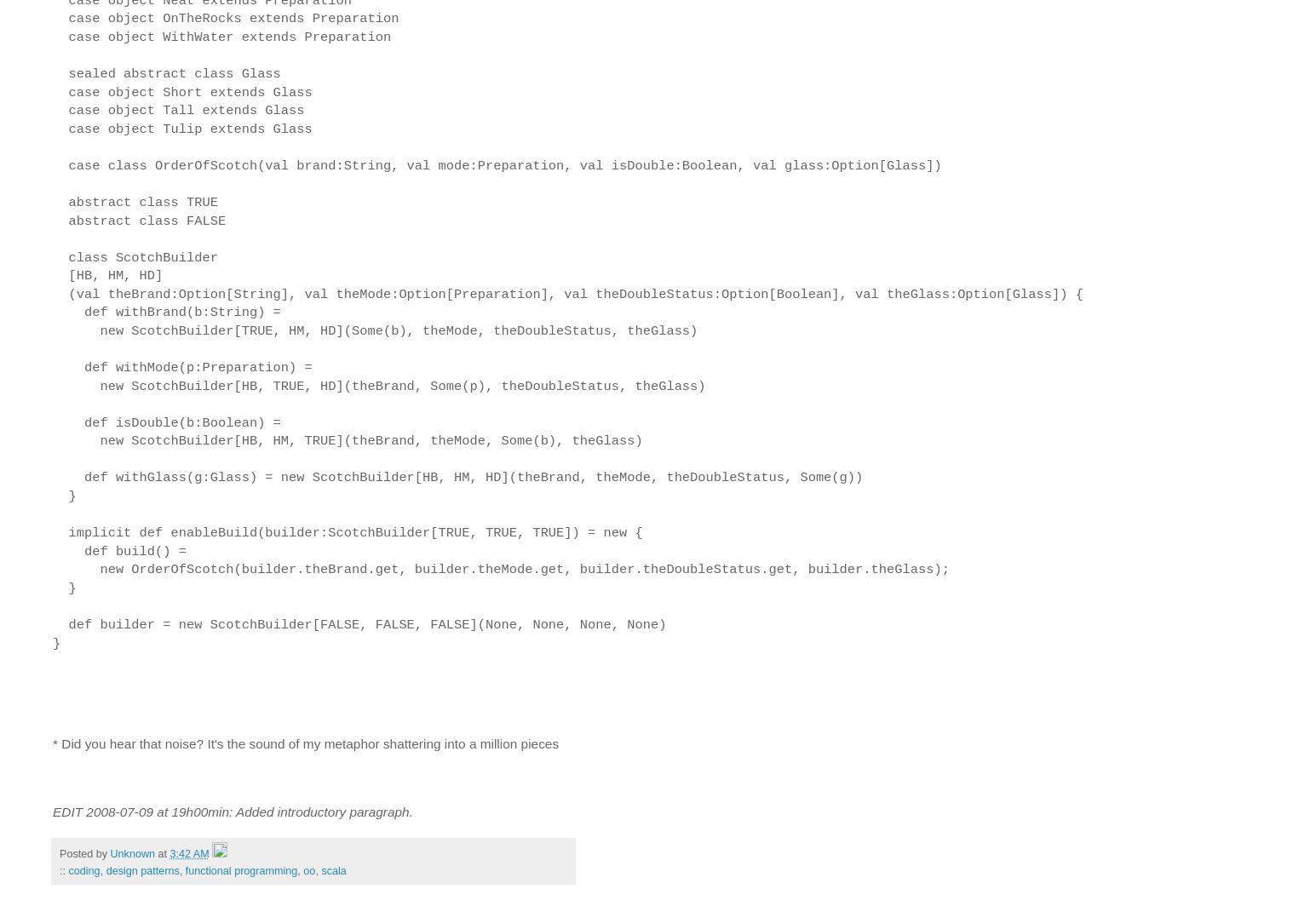 The height and width of the screenshot is (912, 1316). I want to click on 'case object WithWater extends Preparation', so click(221, 35).